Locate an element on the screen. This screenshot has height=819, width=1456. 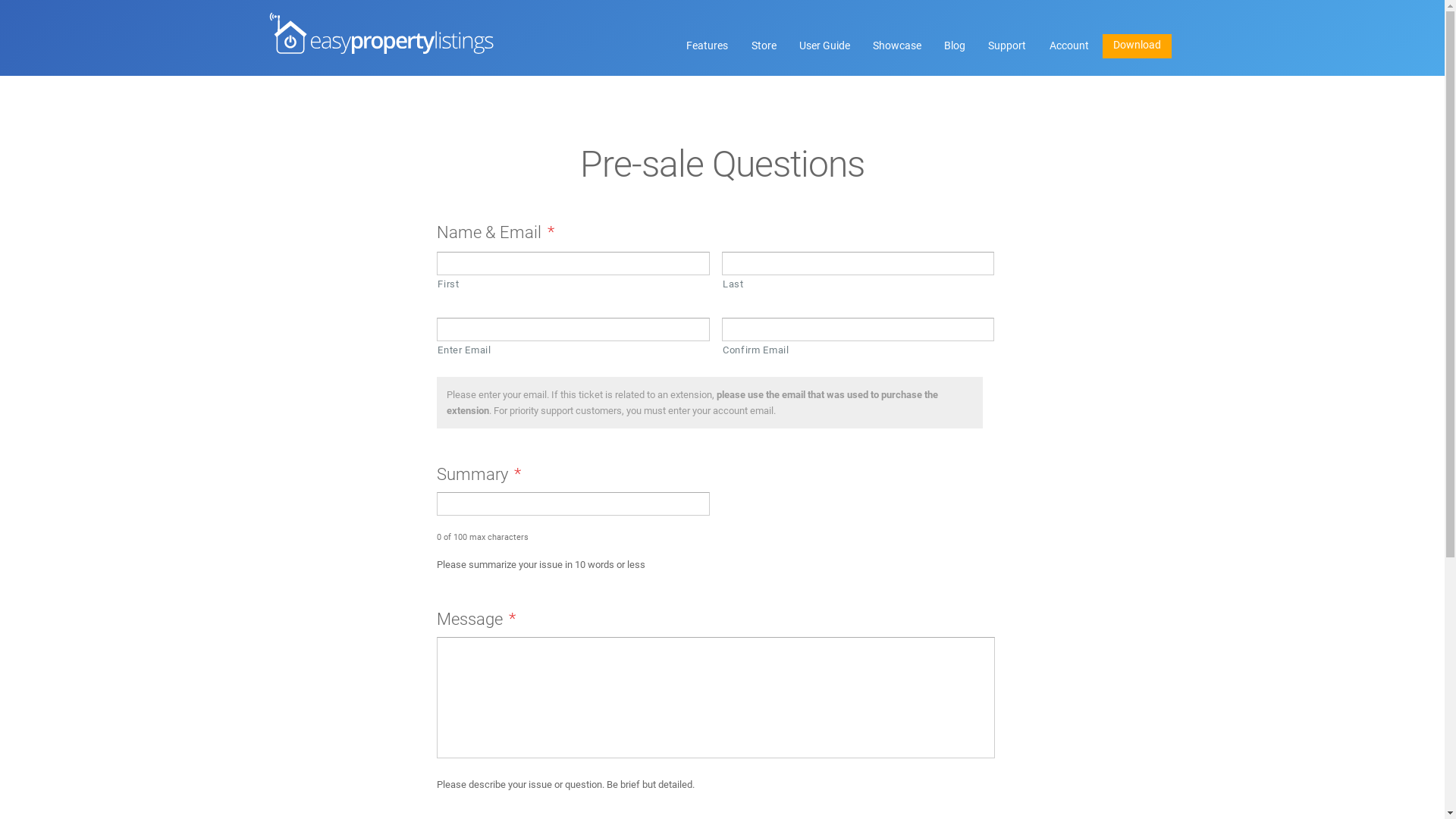
'Download' is located at coordinates (1137, 45).